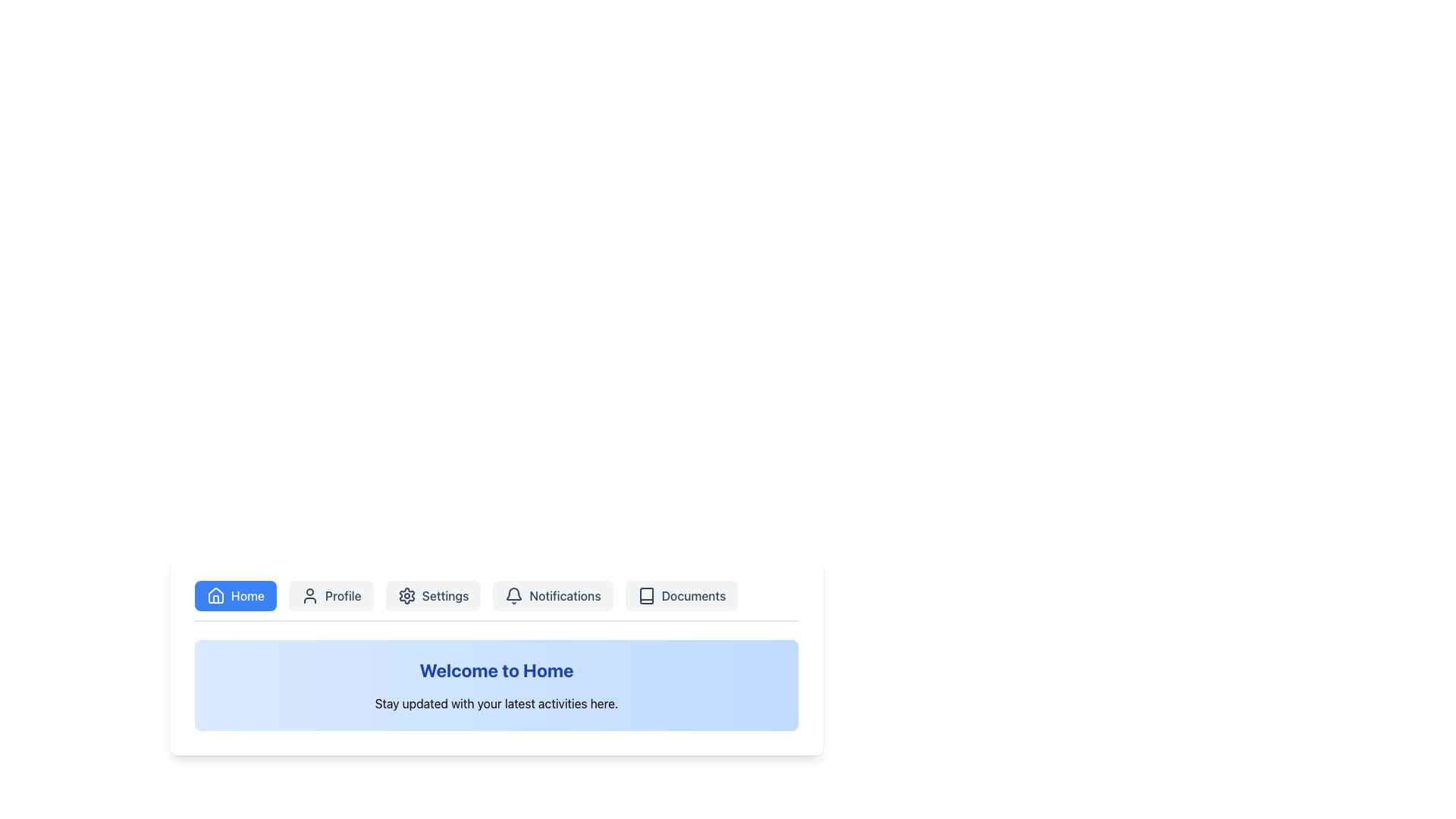 This screenshot has width=1456, height=819. What do you see at coordinates (514, 595) in the screenshot?
I see `the bell icon in the 'Notifications' button located in the top navigation bar, which is the fourth element from the left` at bounding box center [514, 595].